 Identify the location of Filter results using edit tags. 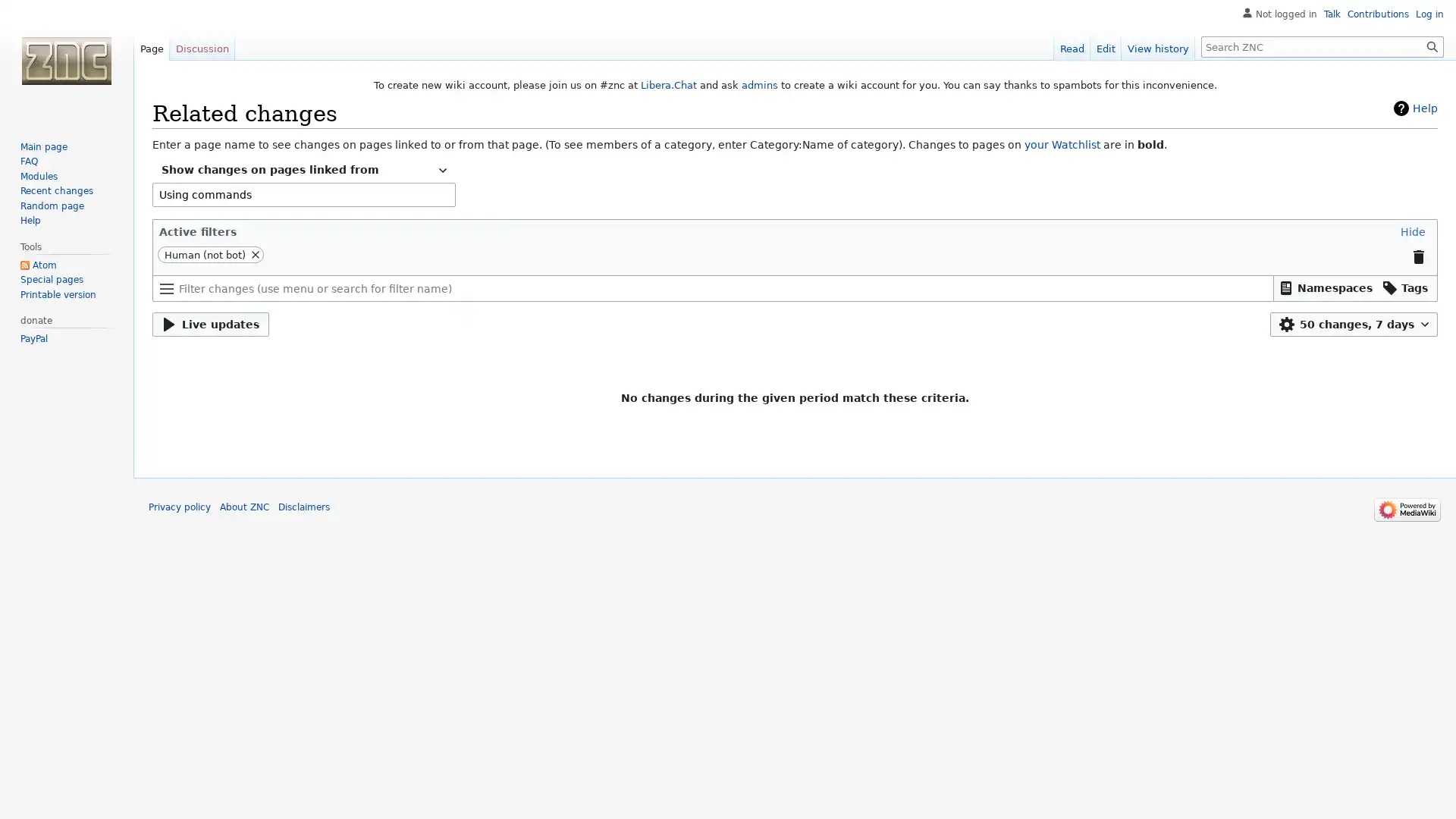
(1404, 288).